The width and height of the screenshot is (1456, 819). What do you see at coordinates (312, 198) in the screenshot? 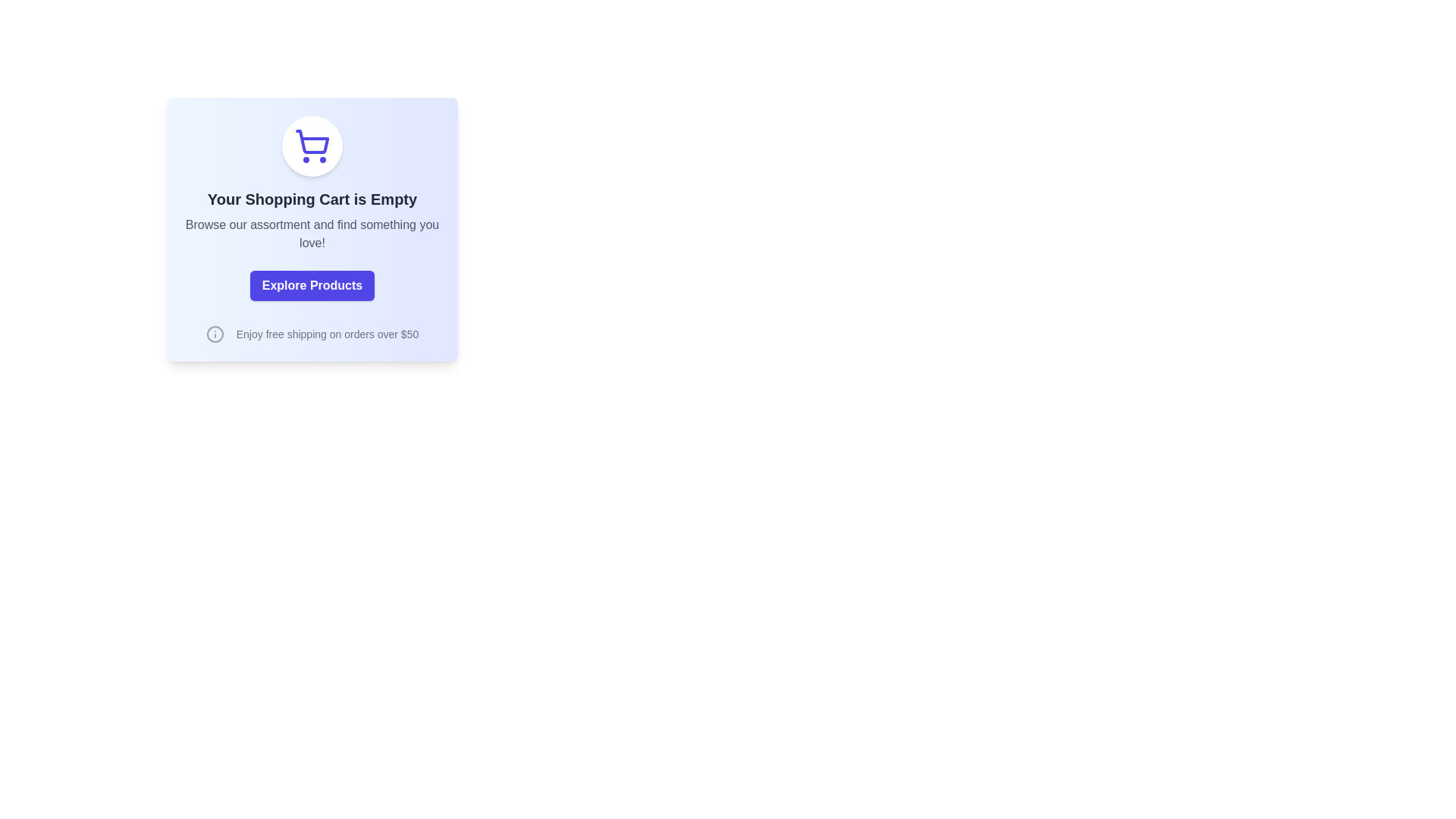
I see `message displayed in the text label that informs the user their shopping cart is empty, positioned centrally below the shopping cart icon` at bounding box center [312, 198].